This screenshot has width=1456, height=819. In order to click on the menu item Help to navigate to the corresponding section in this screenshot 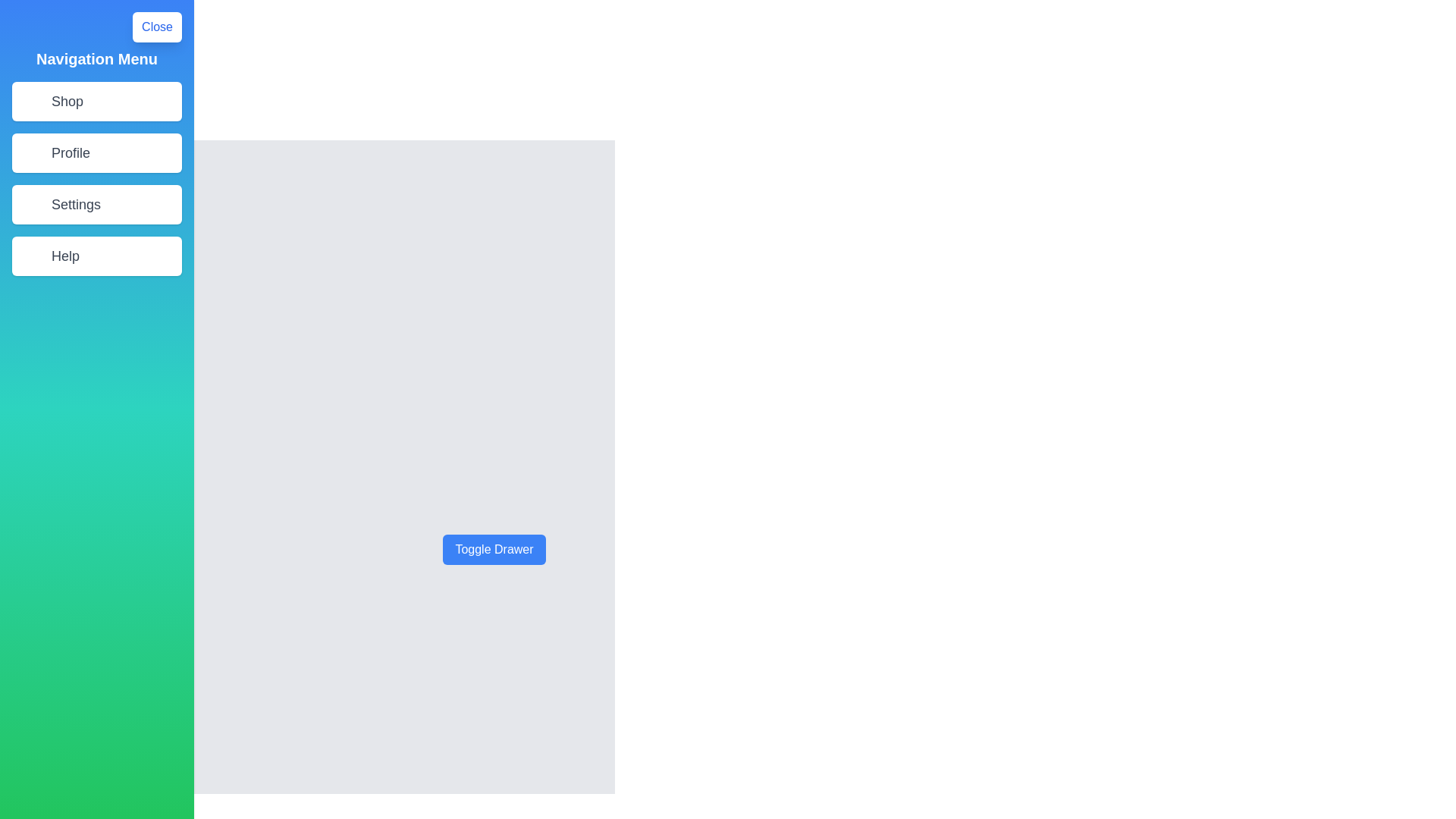, I will do `click(96, 256)`.